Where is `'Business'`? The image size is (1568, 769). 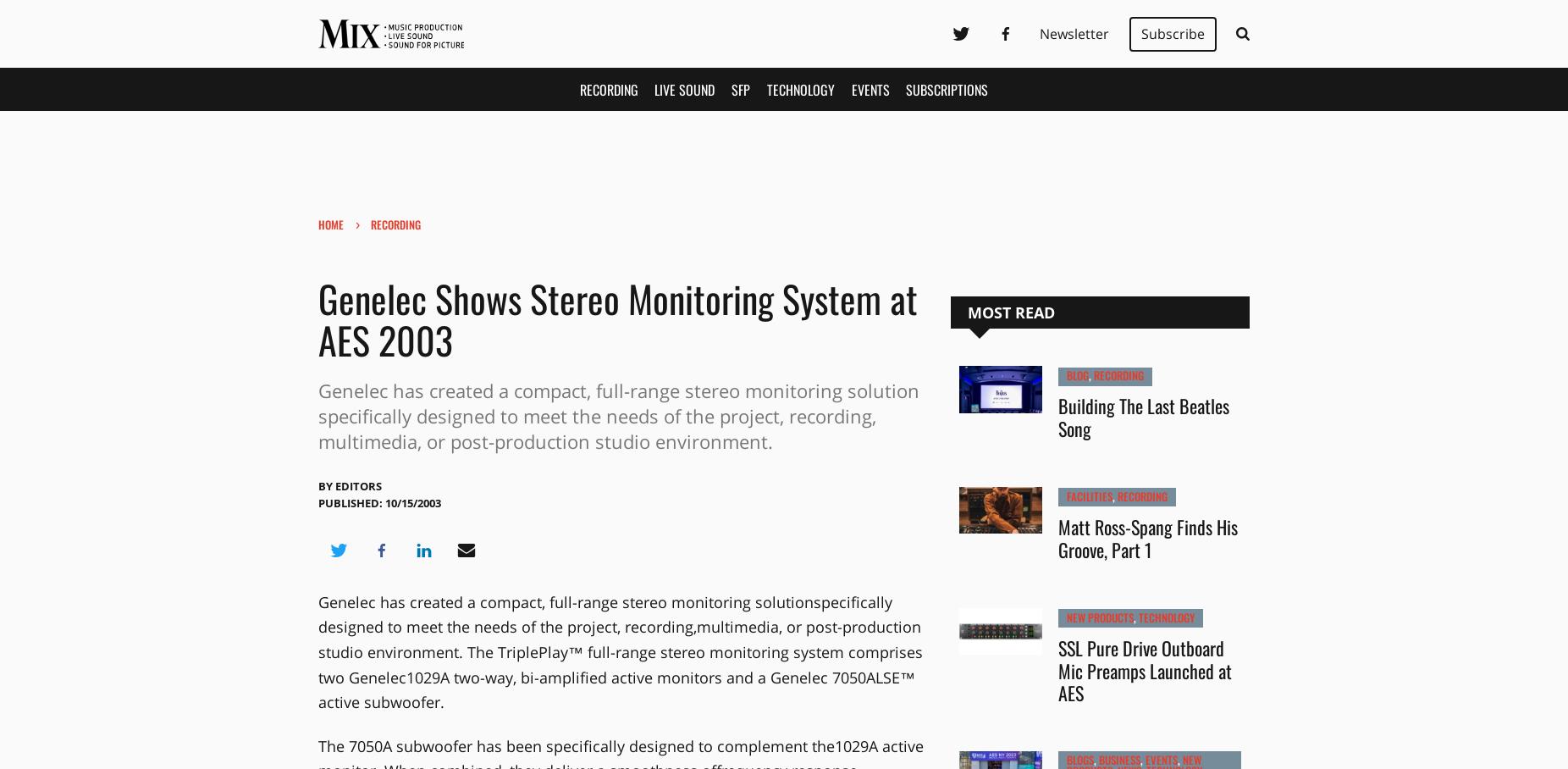 'Business' is located at coordinates (1119, 759).